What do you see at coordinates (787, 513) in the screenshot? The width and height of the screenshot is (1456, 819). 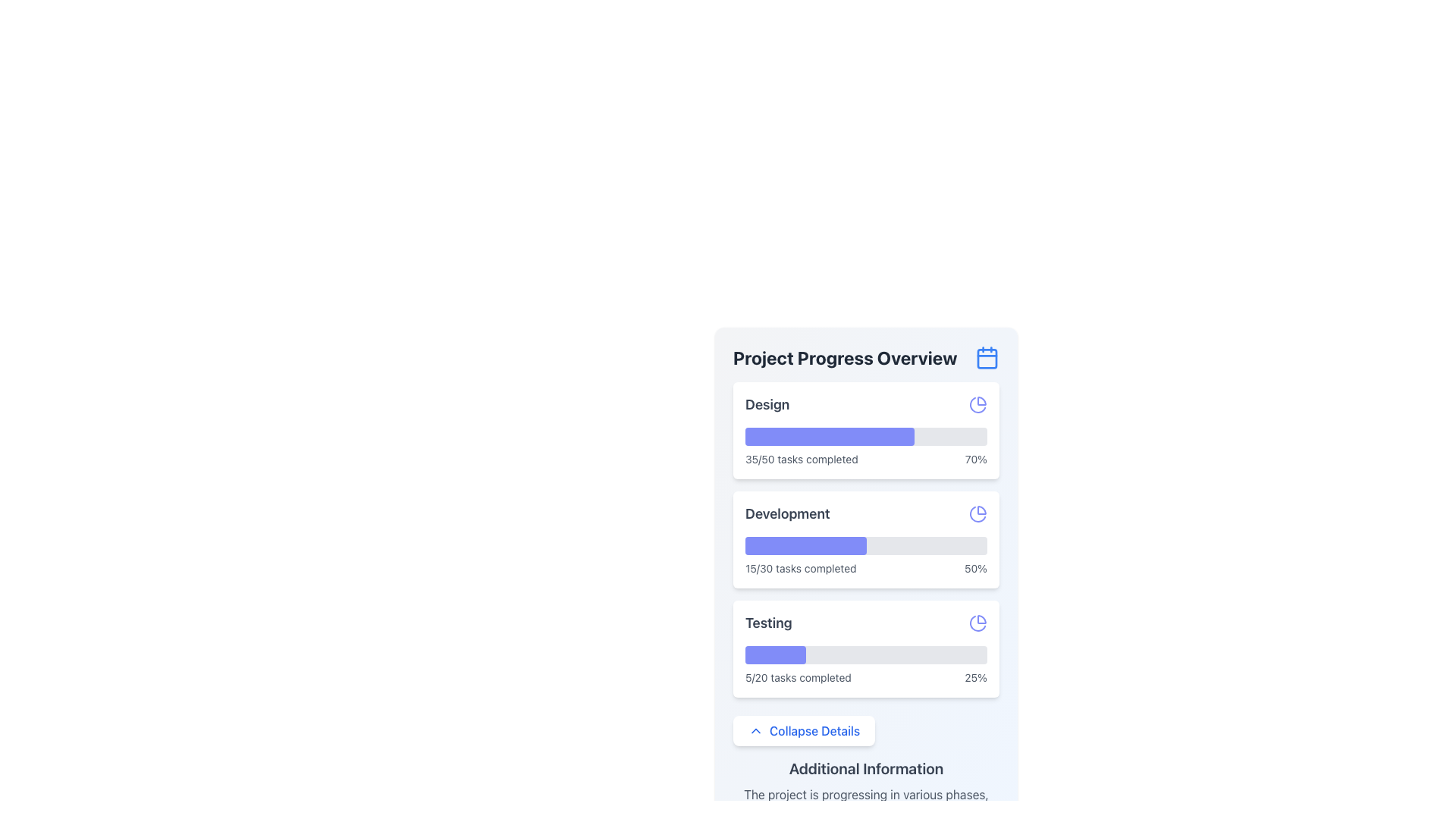 I see `the text label located in the upper-middle section of the page, under the 'Design' label, which serves as a heading for the associated section` at bounding box center [787, 513].